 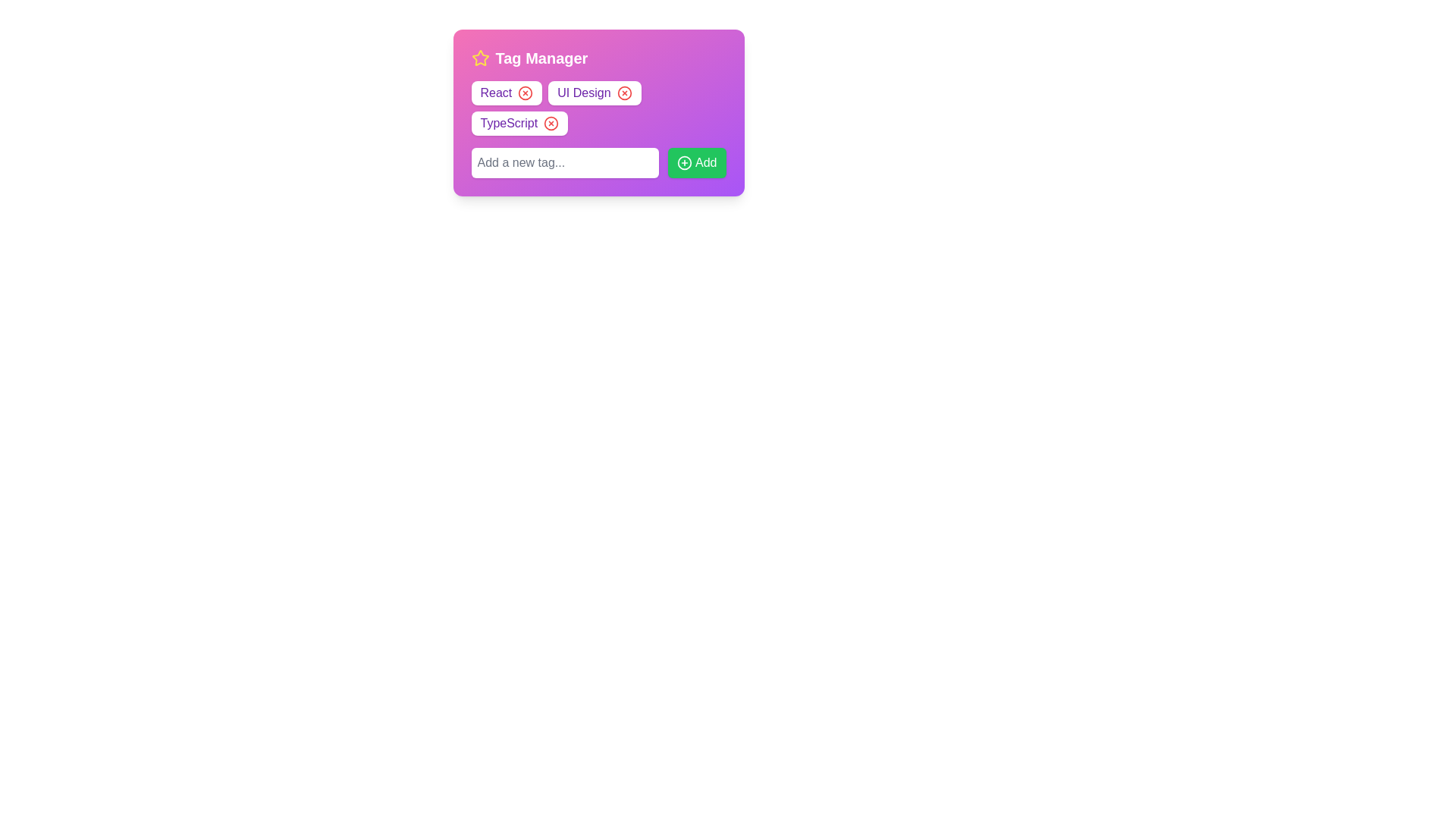 What do you see at coordinates (507, 93) in the screenshot?
I see `the red button` at bounding box center [507, 93].